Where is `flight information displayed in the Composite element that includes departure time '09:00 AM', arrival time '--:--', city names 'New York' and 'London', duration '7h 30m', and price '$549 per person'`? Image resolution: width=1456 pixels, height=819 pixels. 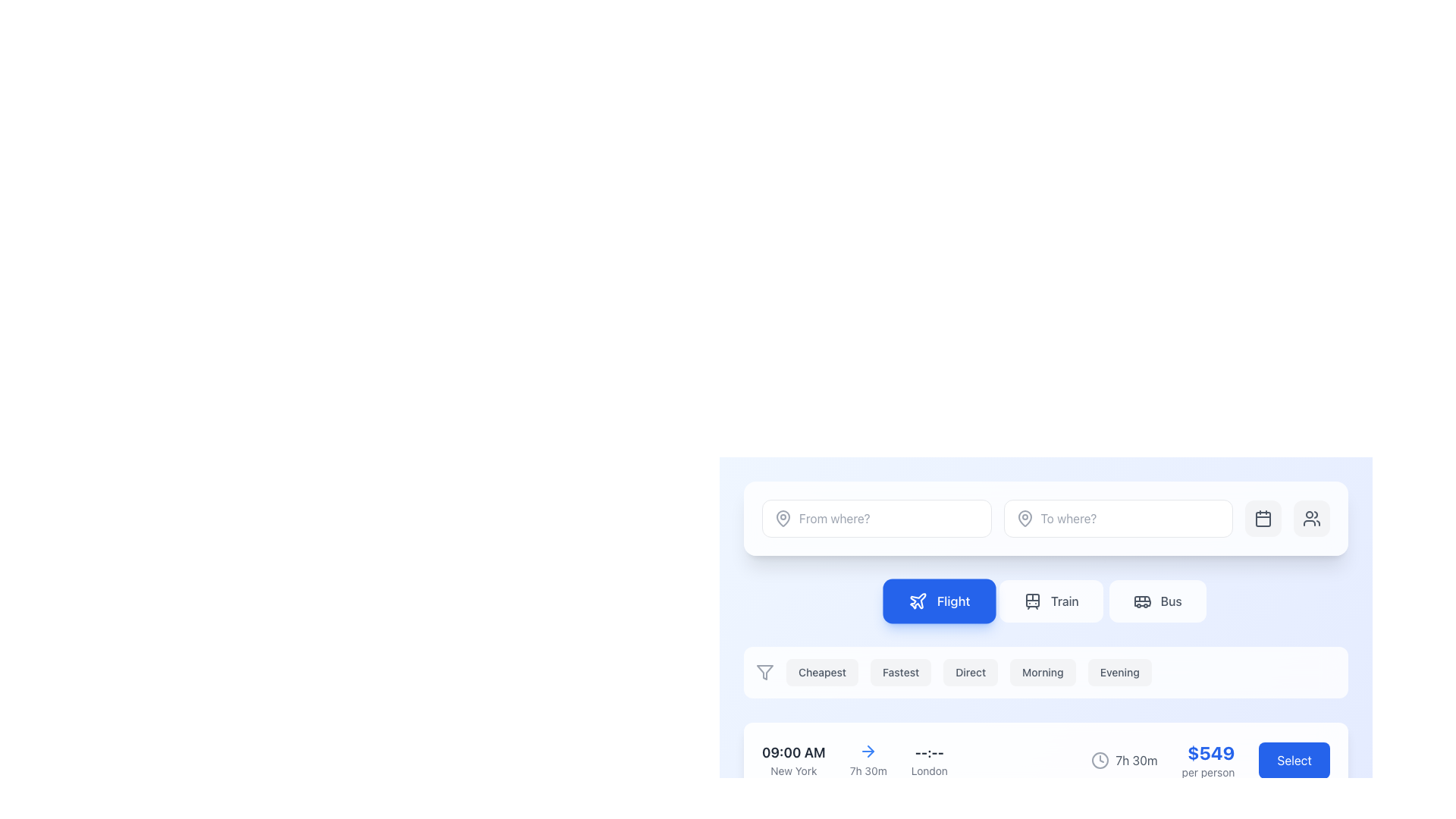 flight information displayed in the Composite element that includes departure time '09:00 AM', arrival time '--:--', city names 'New York' and 'London', duration '7h 30m', and price '$549 per person' is located at coordinates (1045, 760).